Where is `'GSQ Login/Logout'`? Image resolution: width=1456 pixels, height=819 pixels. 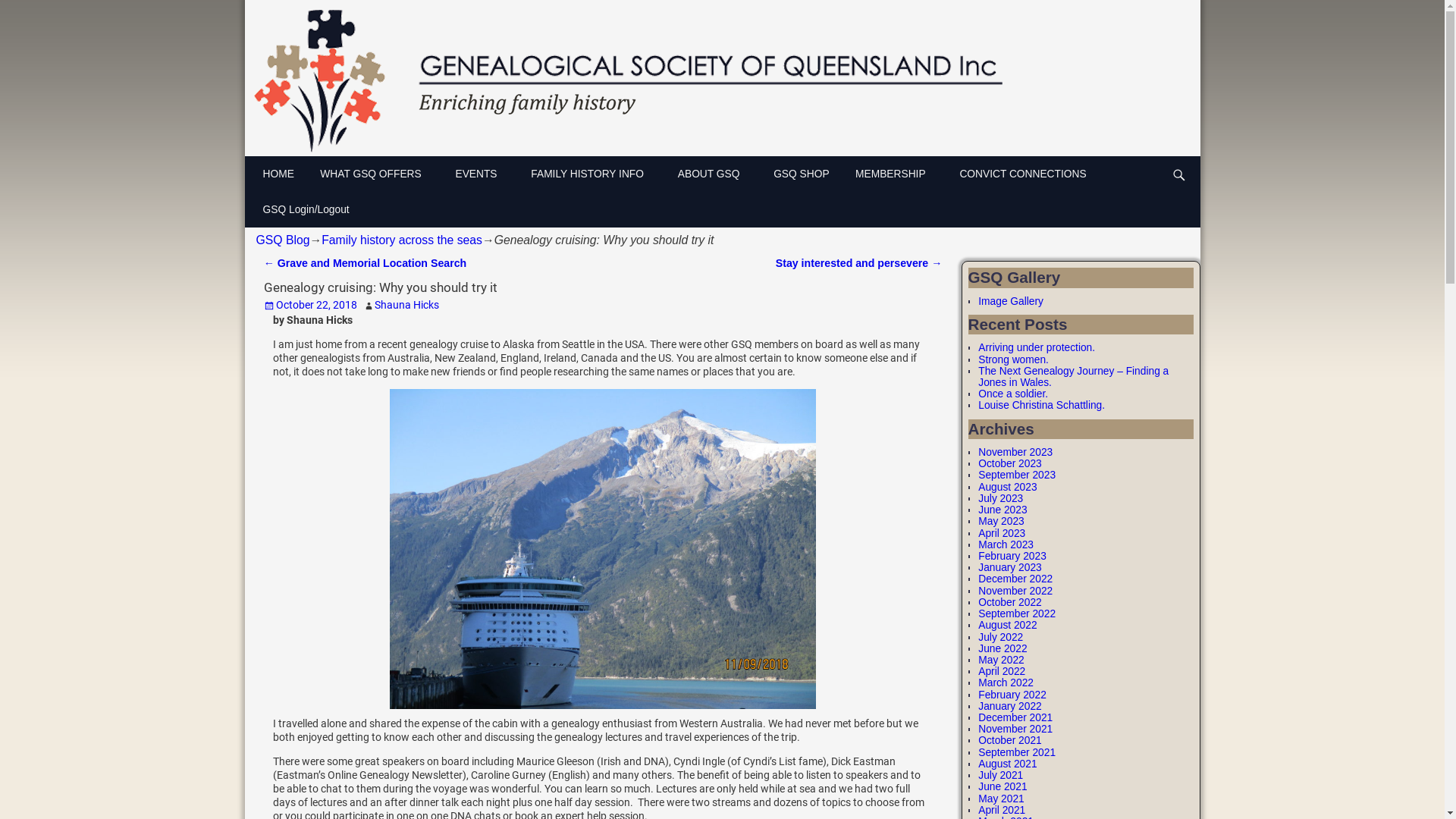 'GSQ Login/Logout' is located at coordinates (309, 209).